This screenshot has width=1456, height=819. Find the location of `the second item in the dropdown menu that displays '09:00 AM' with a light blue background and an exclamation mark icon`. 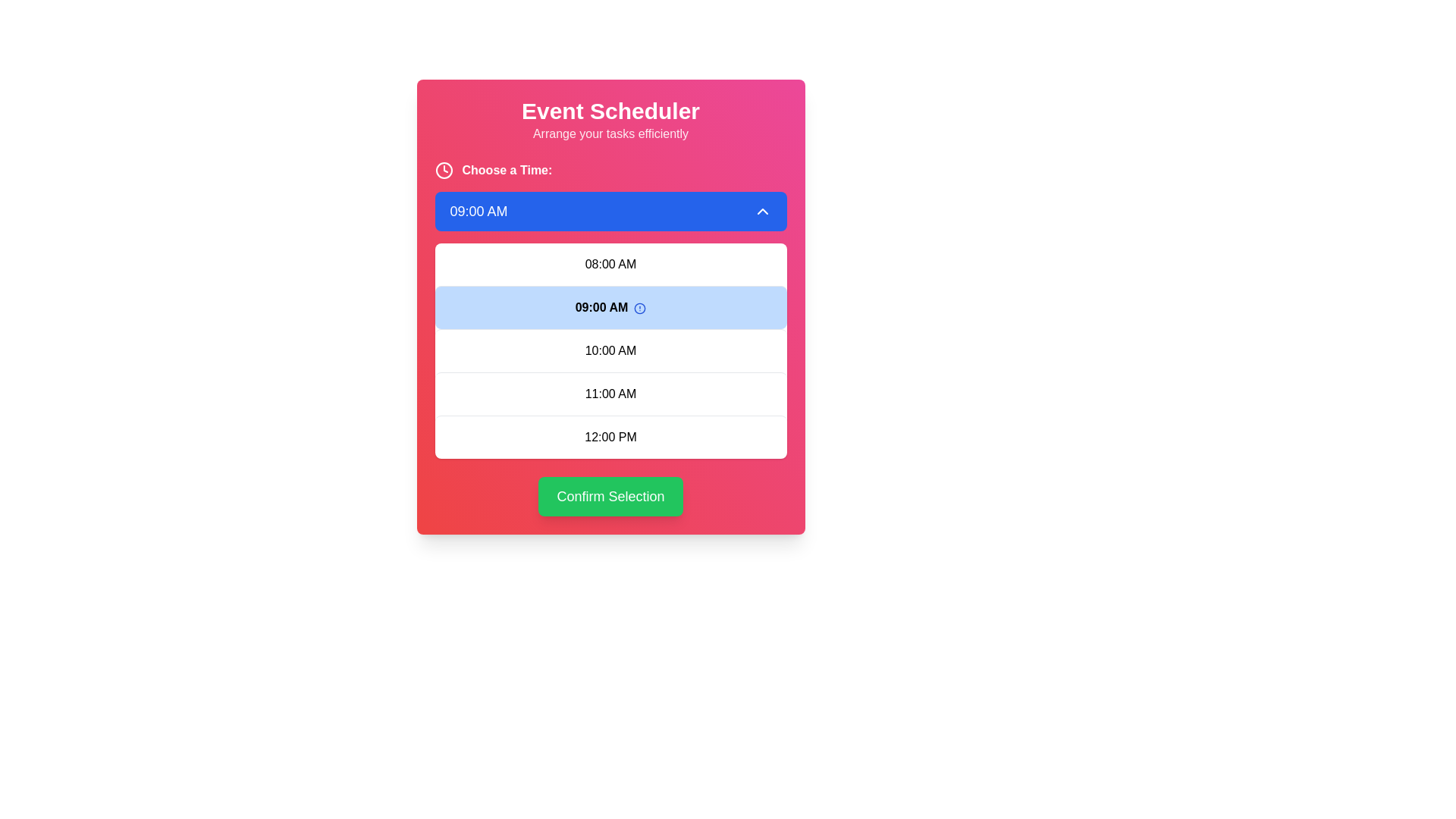

the second item in the dropdown menu that displays '09:00 AM' with a light blue background and an exclamation mark icon is located at coordinates (610, 307).